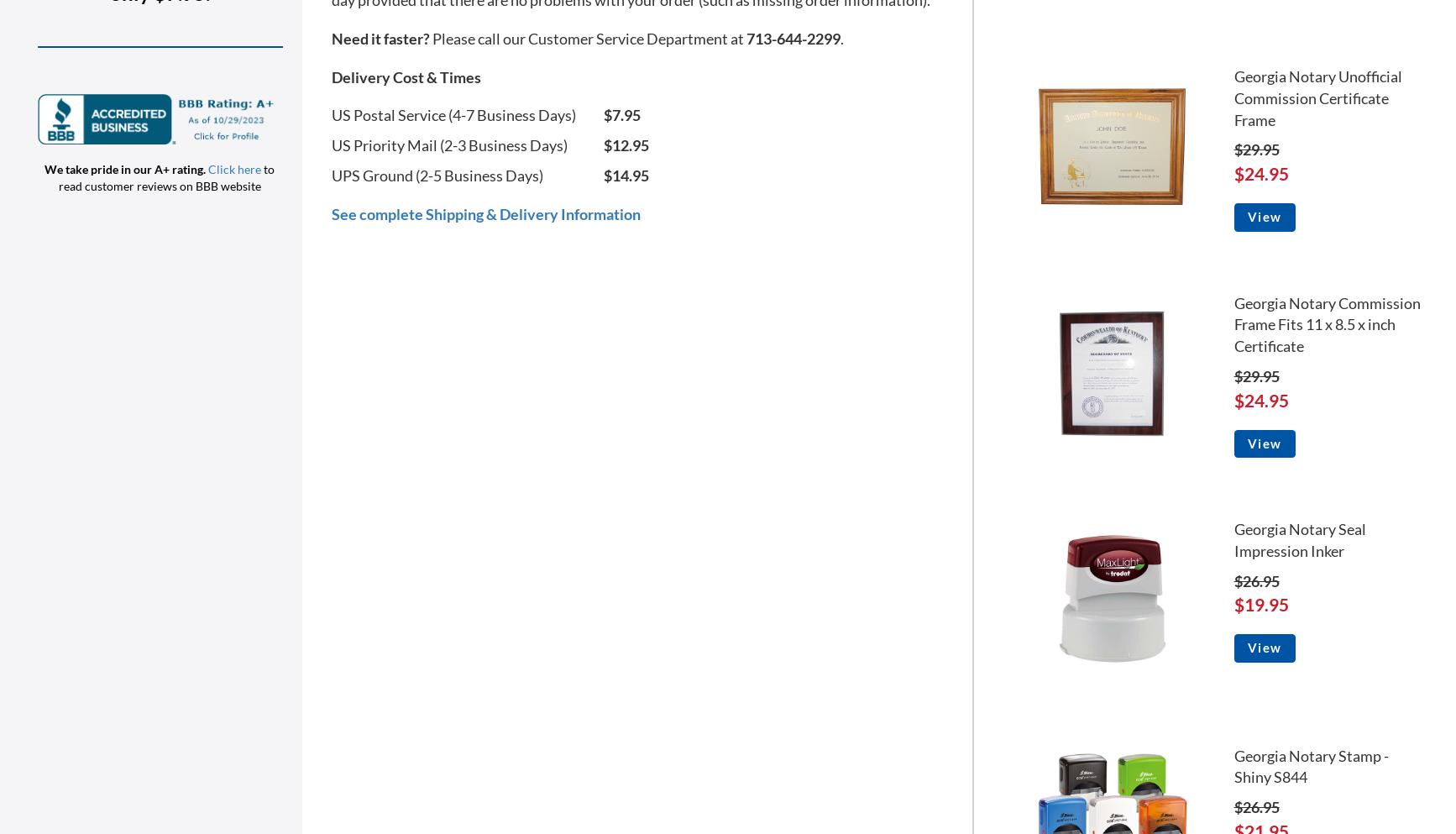 This screenshot has width=1456, height=834. Describe the element at coordinates (625, 144) in the screenshot. I see `'$12.95'` at that location.